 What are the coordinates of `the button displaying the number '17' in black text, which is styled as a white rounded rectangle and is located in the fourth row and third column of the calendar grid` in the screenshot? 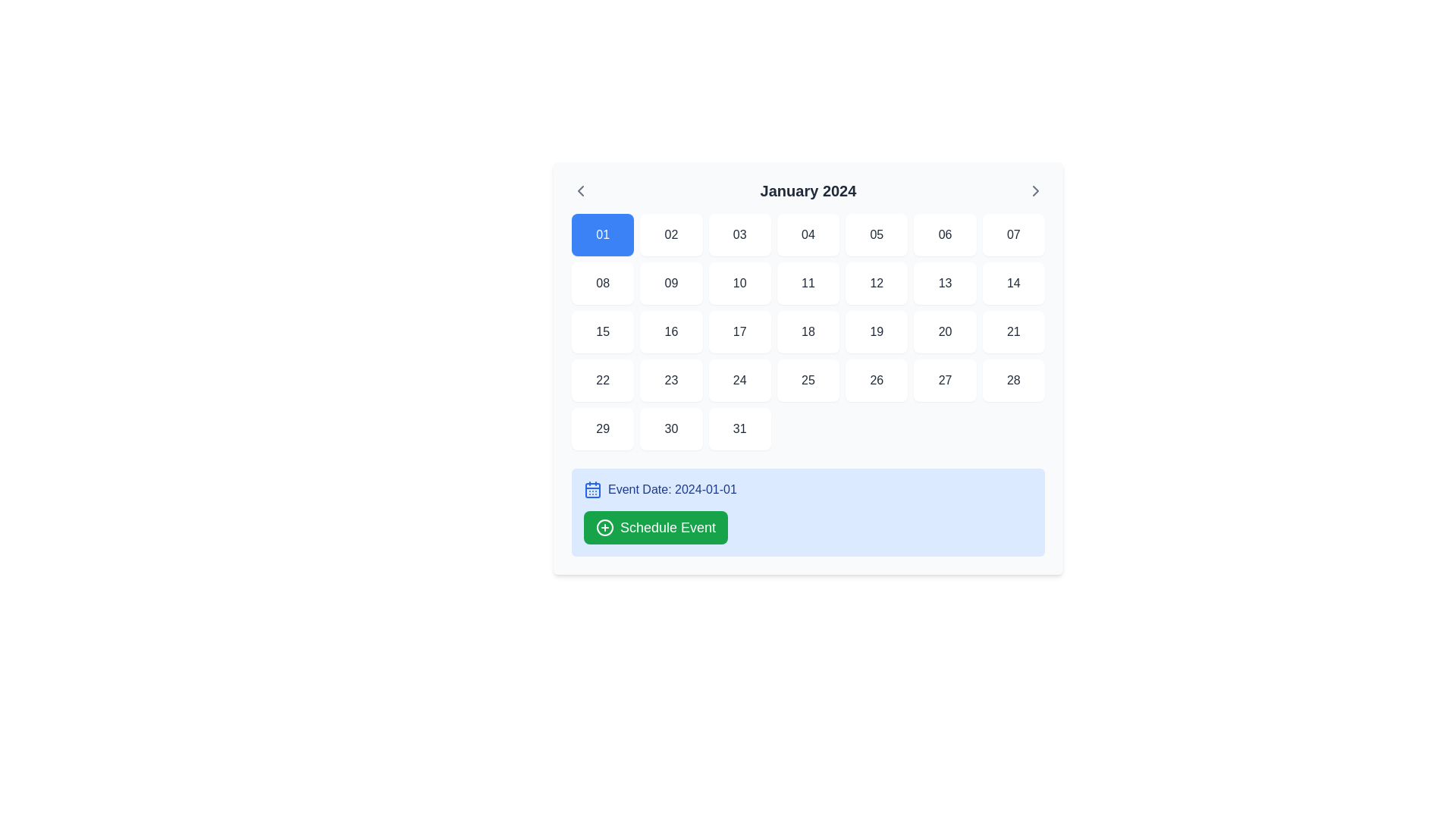 It's located at (739, 331).